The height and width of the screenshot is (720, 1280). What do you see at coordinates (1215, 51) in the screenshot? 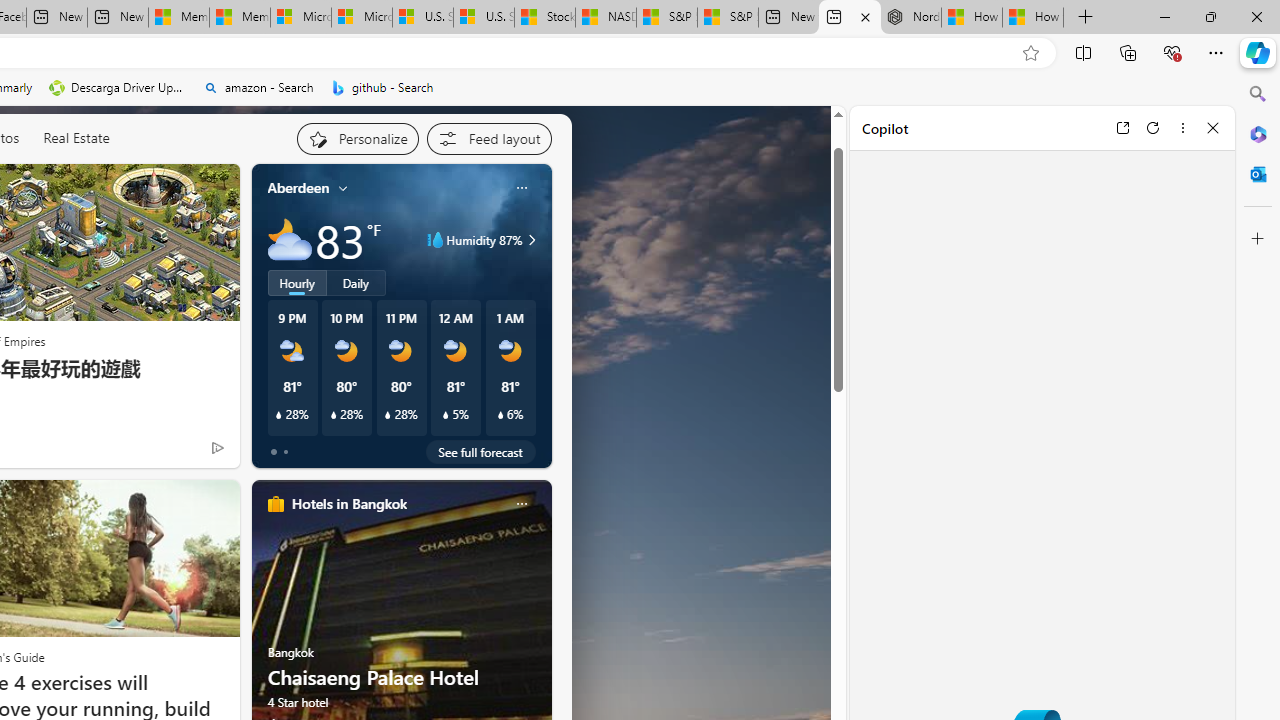
I see `'Settings and more (Alt+F)'` at bounding box center [1215, 51].